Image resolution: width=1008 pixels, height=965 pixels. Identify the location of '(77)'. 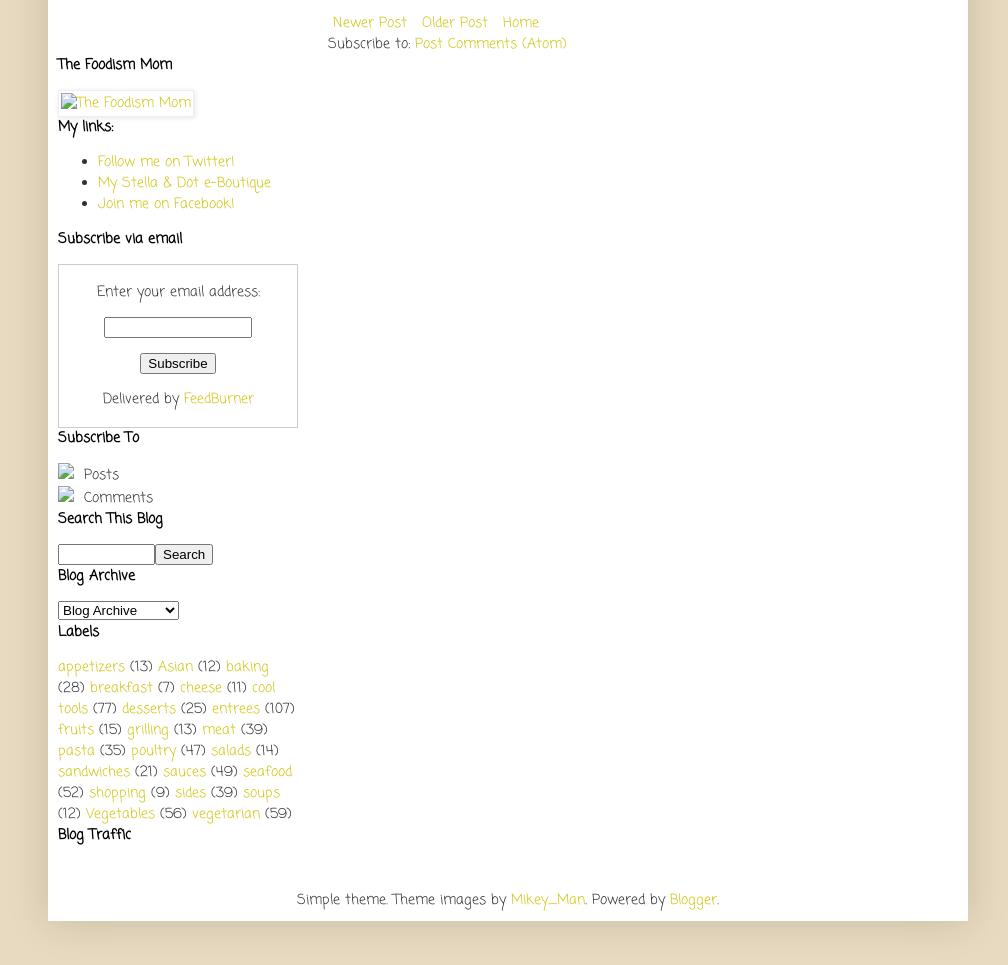
(105, 708).